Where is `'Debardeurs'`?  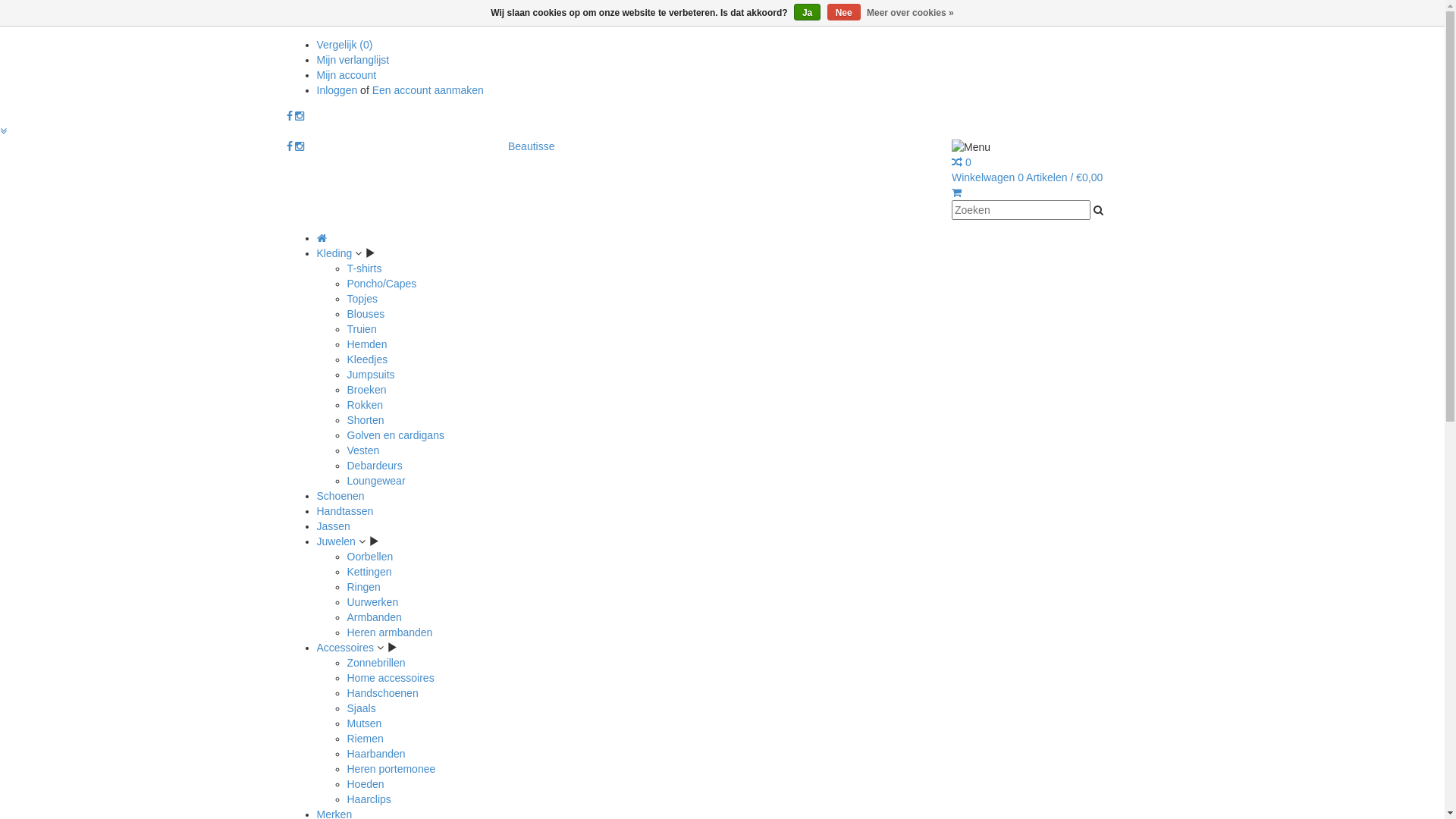 'Debardeurs' is located at coordinates (375, 464).